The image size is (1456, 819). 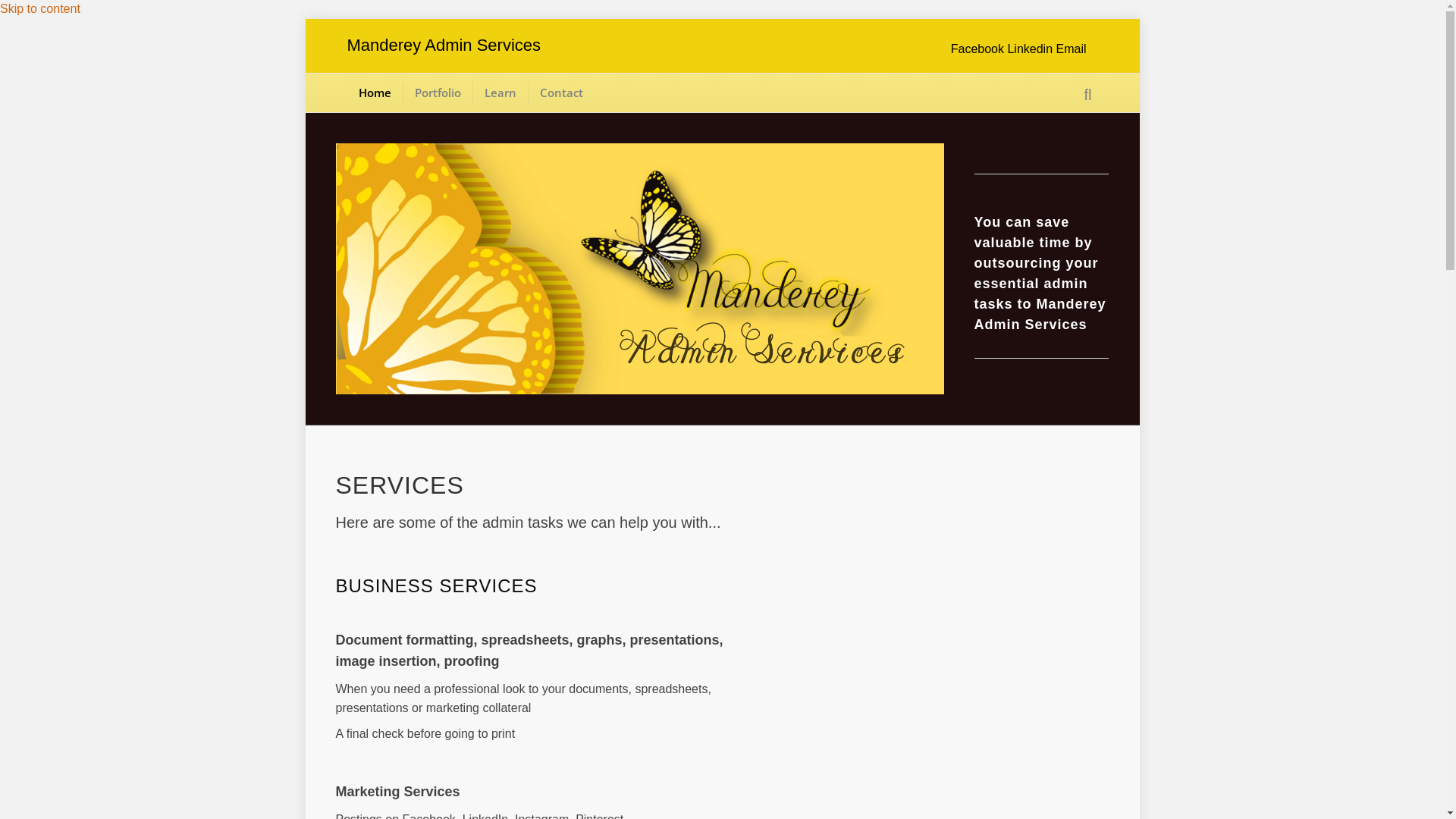 What do you see at coordinates (500, 93) in the screenshot?
I see `'Learn'` at bounding box center [500, 93].